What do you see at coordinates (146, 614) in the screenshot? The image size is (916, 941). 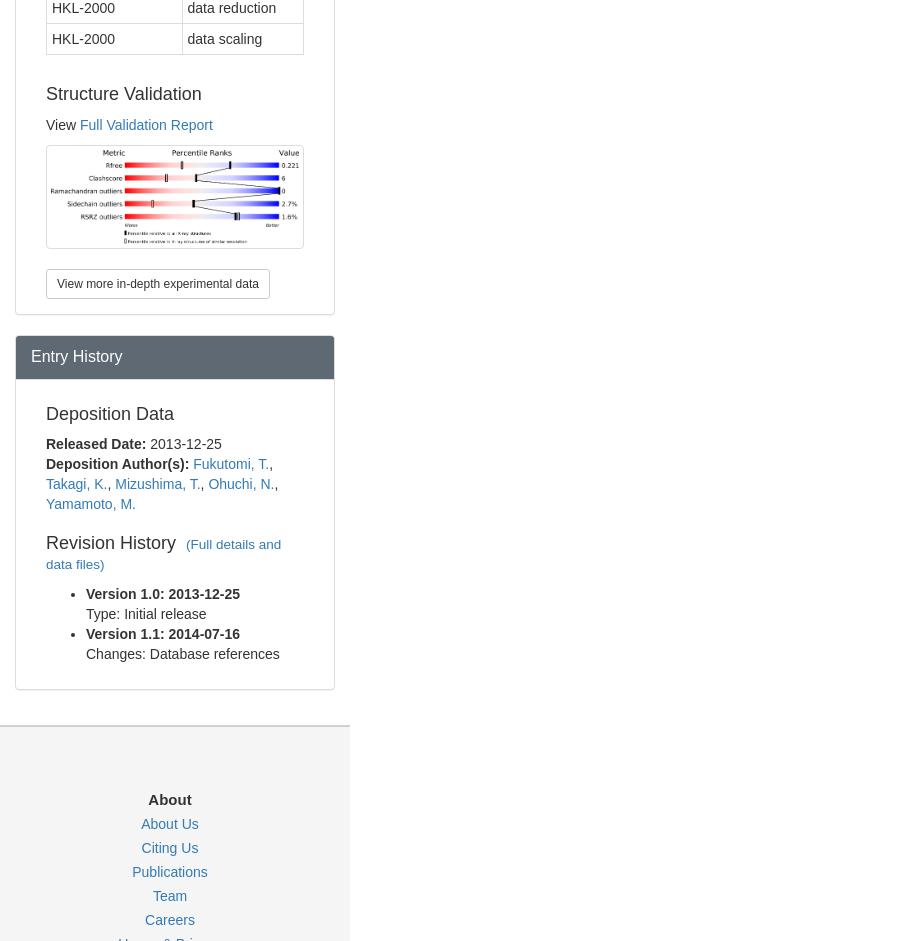 I see `'Type: Initial release'` at bounding box center [146, 614].